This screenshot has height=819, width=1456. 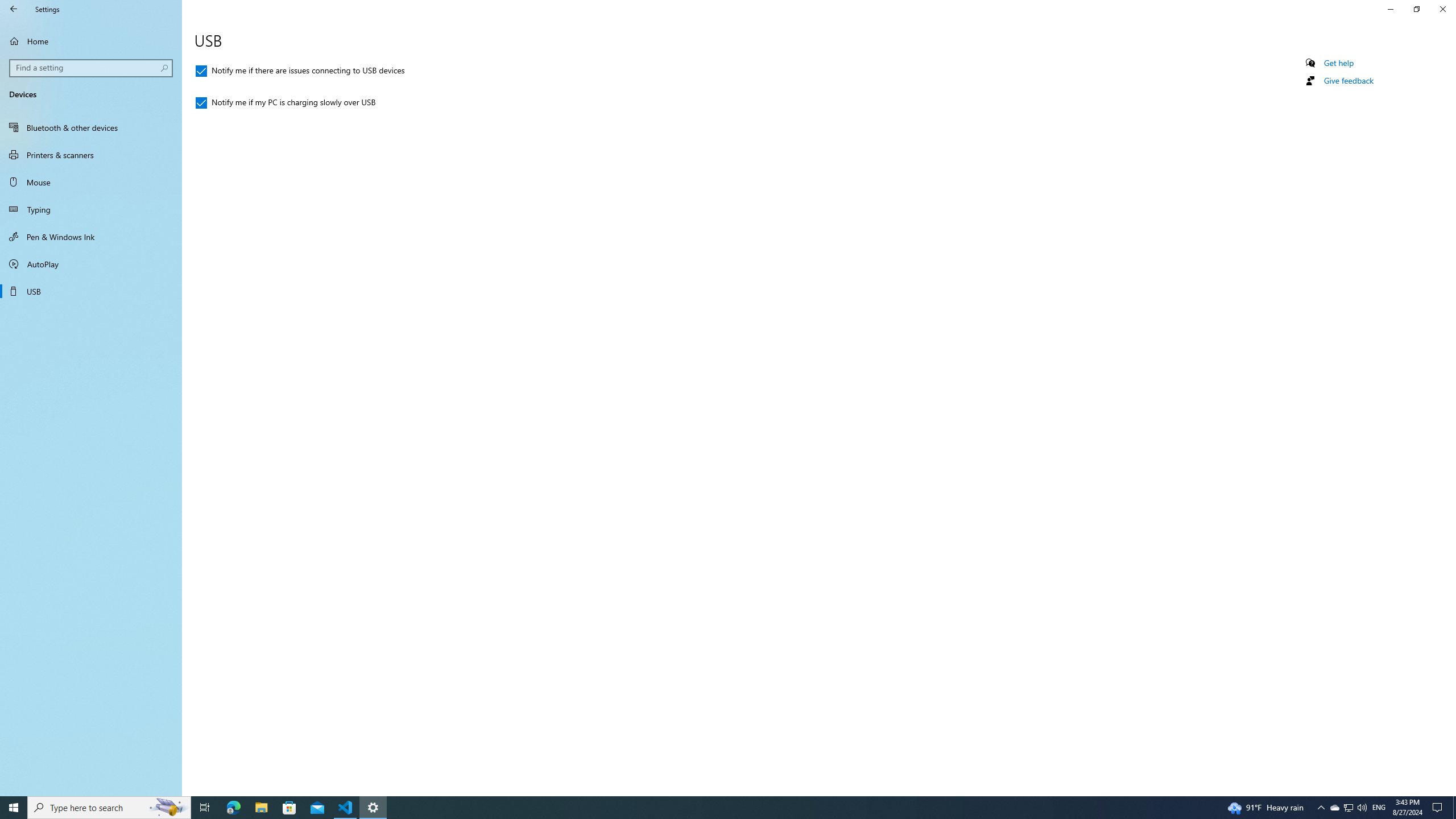 I want to click on 'Get help', so click(x=1338, y=63).